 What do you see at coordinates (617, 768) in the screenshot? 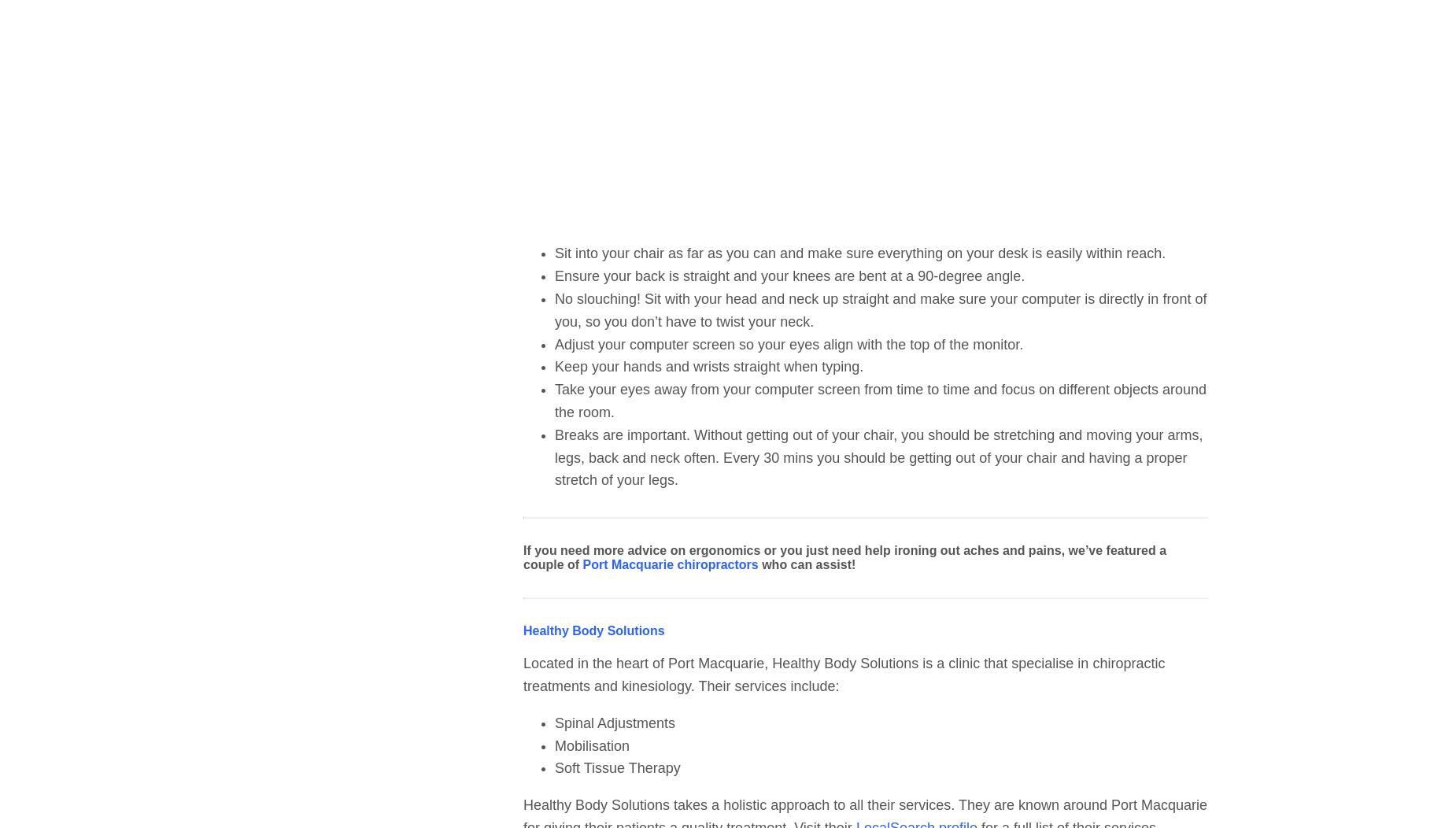
I see `'Soft Tissue Therapy'` at bounding box center [617, 768].